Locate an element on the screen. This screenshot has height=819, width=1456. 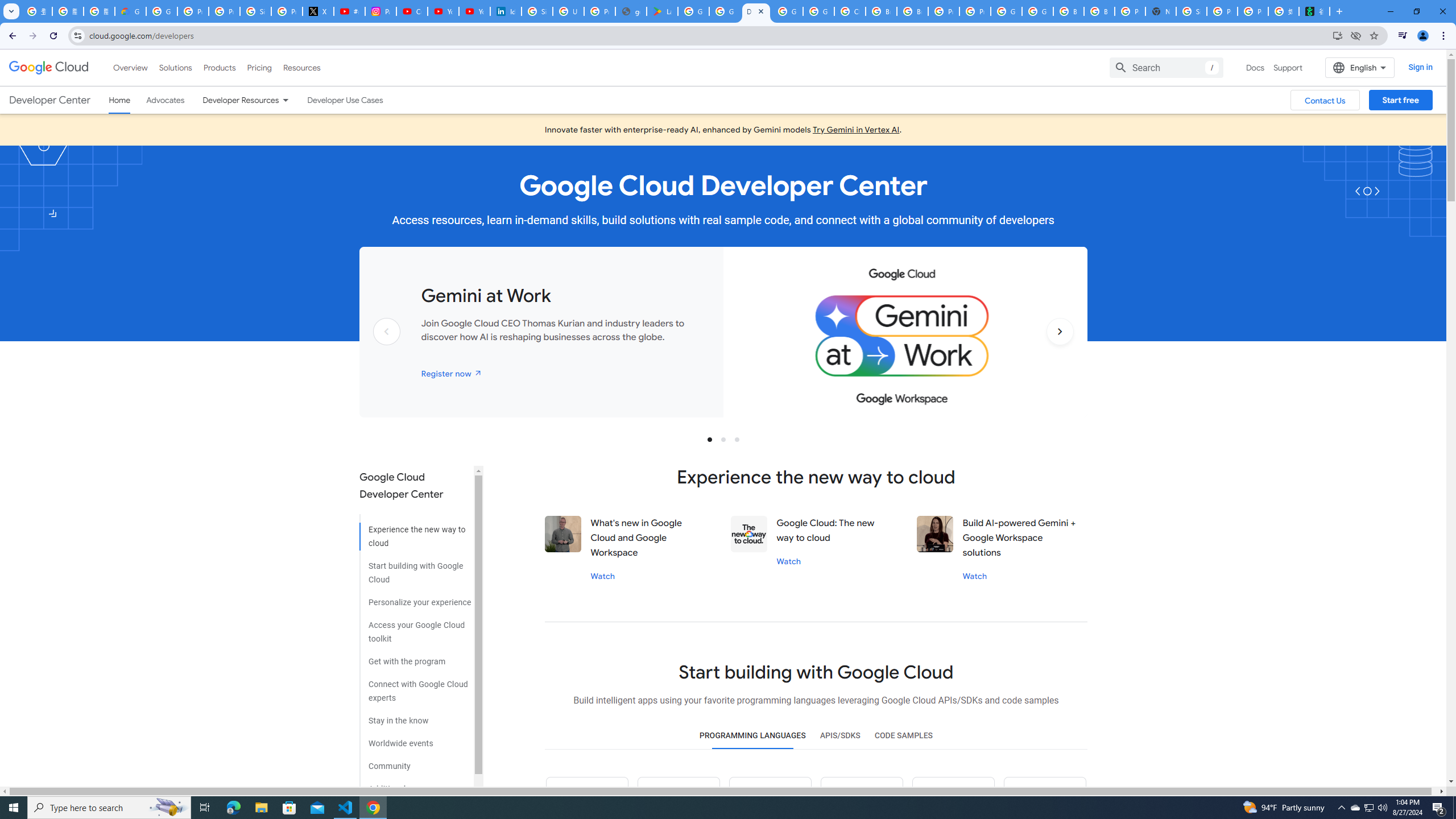
'Start free' is located at coordinates (1400, 100).